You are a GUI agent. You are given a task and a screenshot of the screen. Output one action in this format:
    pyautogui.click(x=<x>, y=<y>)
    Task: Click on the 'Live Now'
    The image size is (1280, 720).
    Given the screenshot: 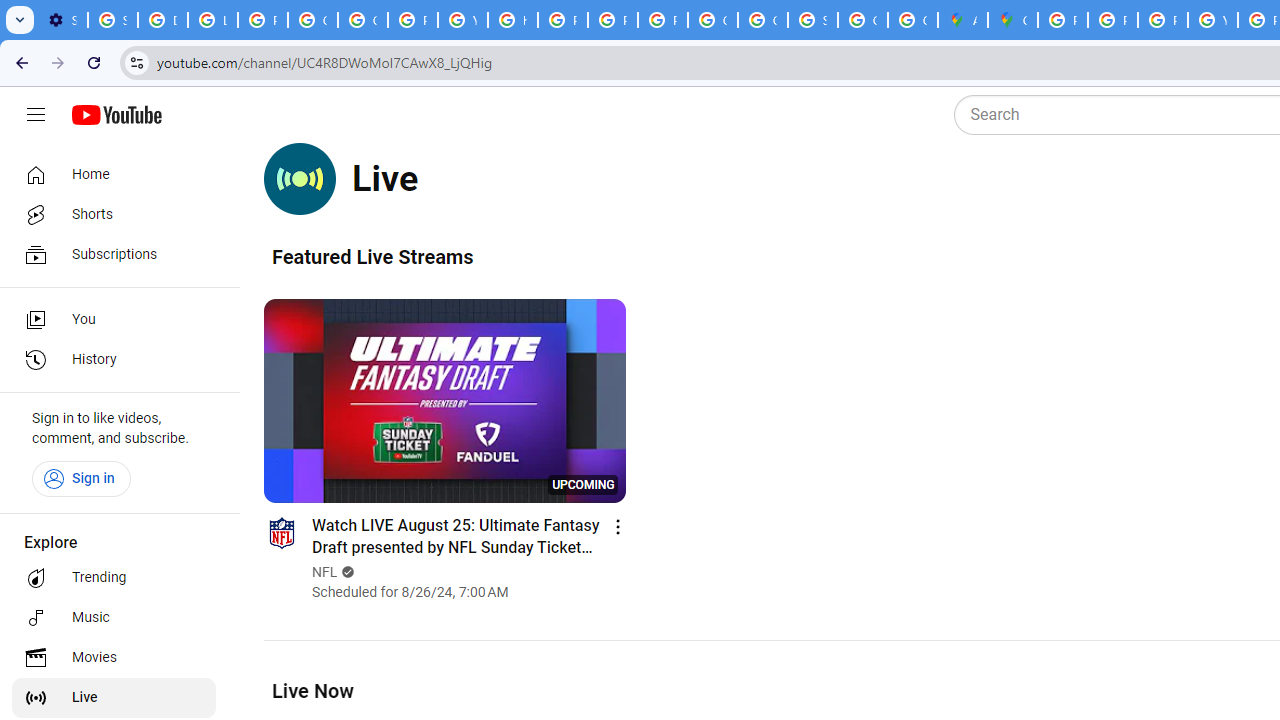 What is the action you would take?
    pyautogui.click(x=311, y=689)
    